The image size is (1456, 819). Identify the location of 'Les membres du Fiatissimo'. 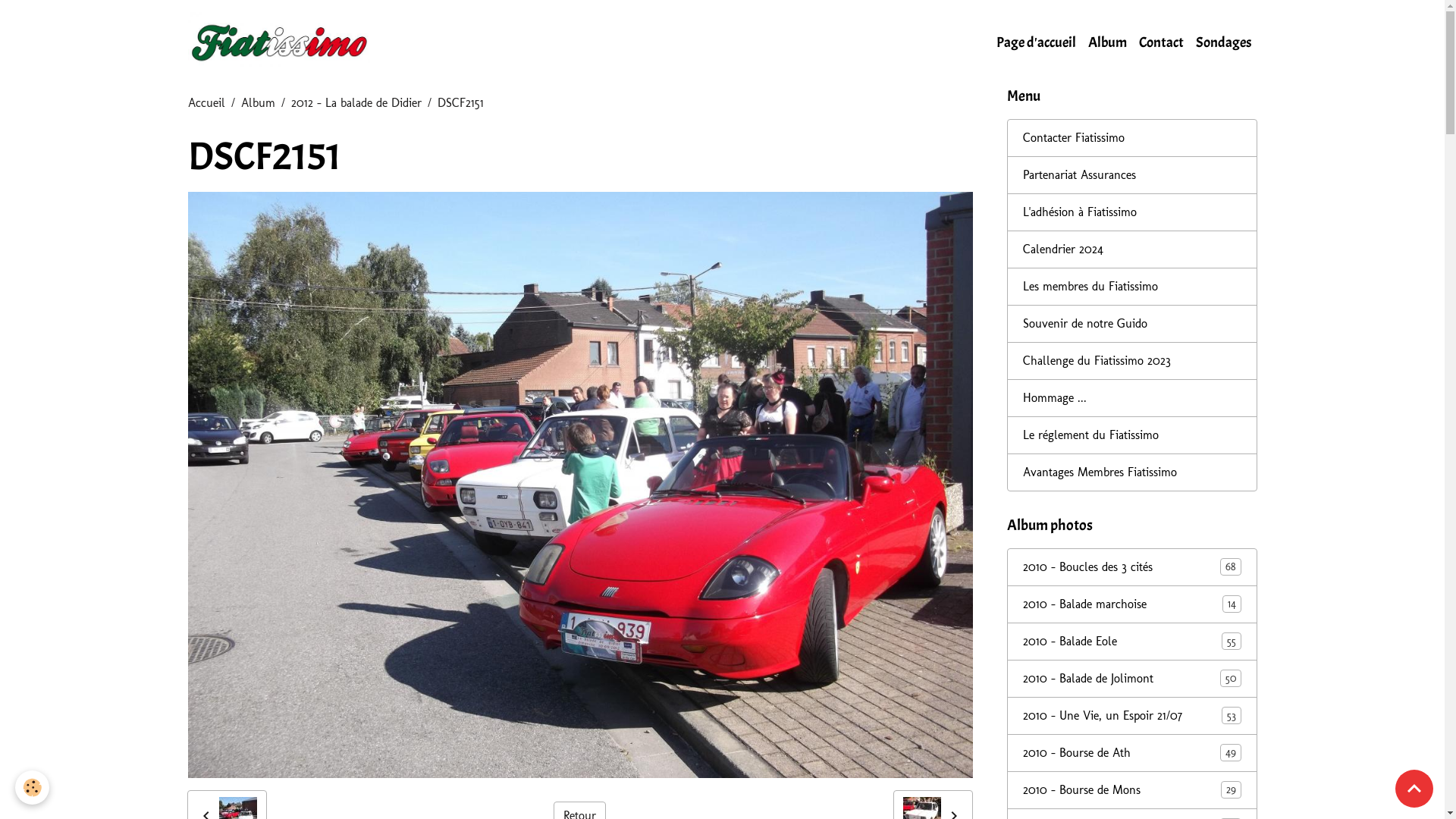
(1131, 287).